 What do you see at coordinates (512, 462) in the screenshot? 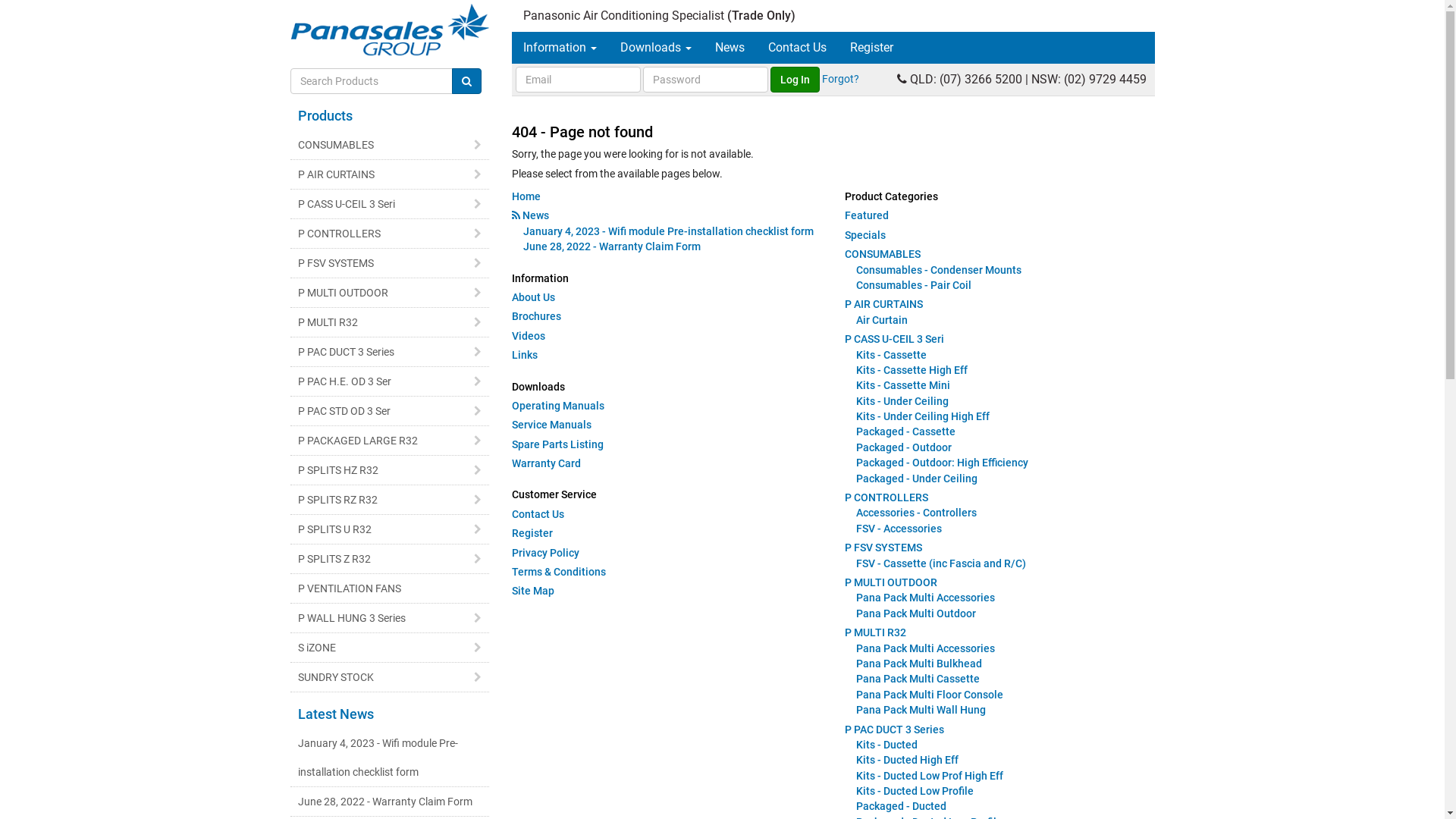
I see `'Warranty Card'` at bounding box center [512, 462].